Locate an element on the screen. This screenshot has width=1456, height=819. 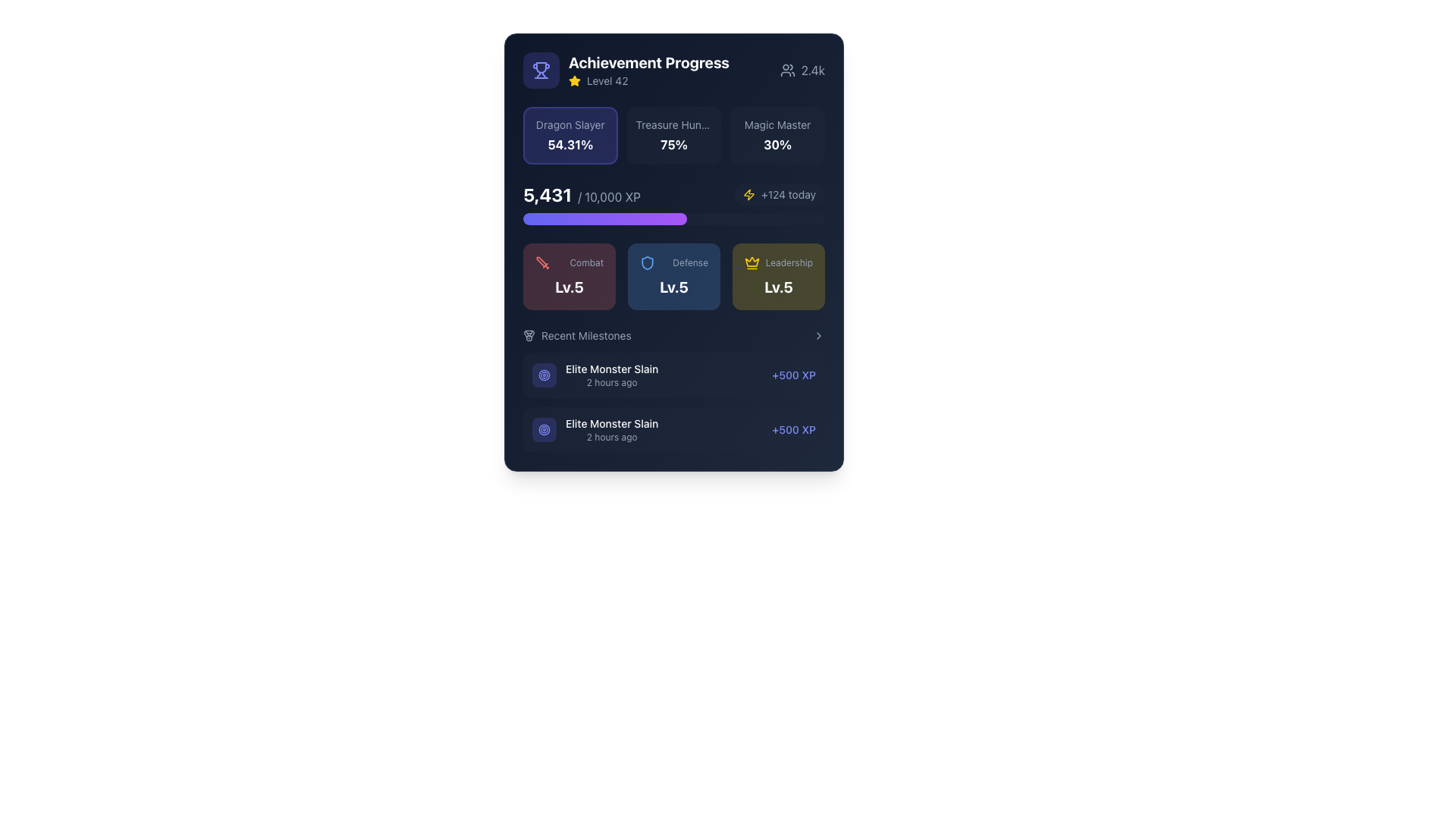
text content of the percentage value associated with the 'Dragon Slayer' label, which indicates a progress or achievement metric is located at coordinates (570, 145).